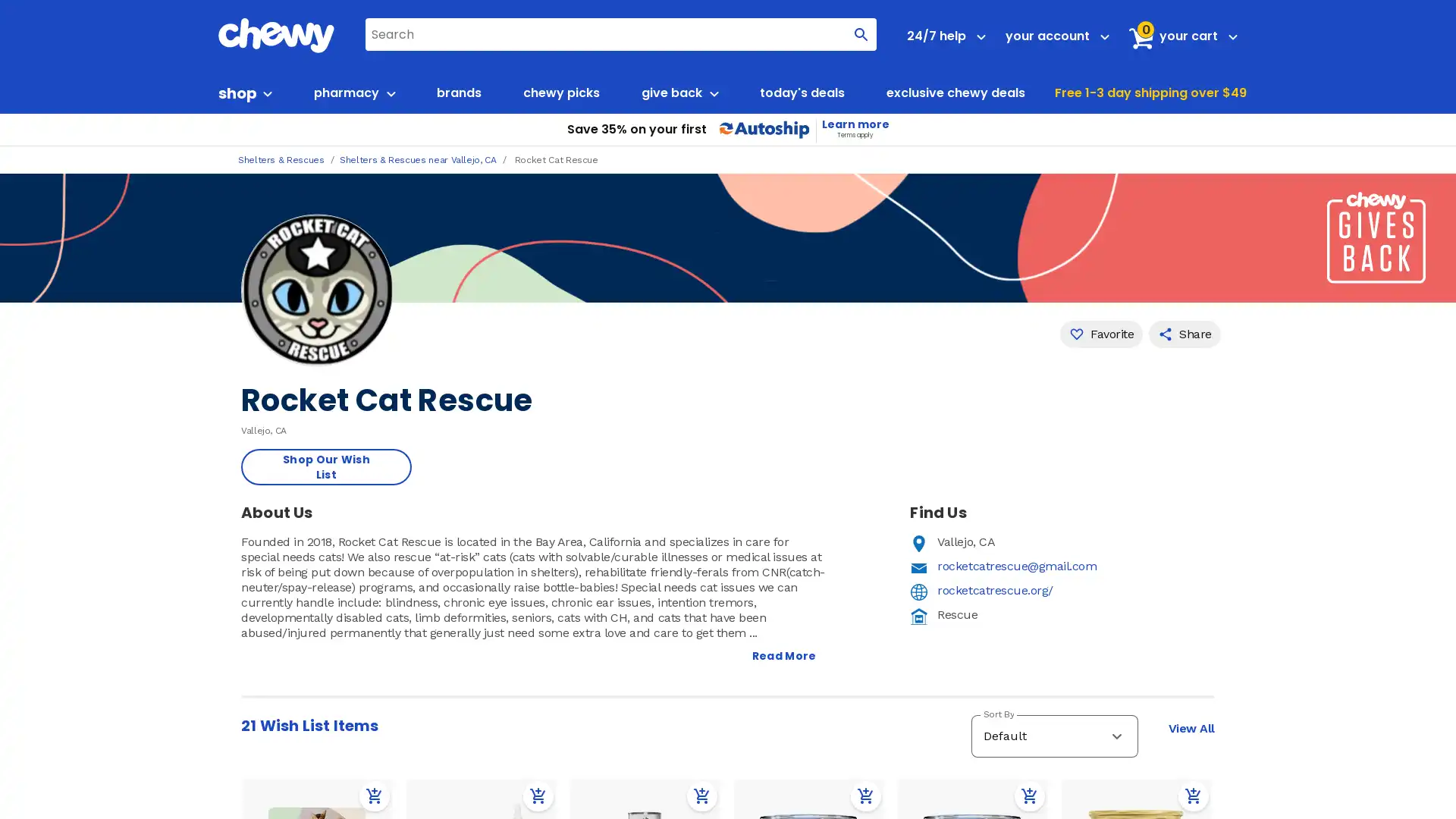 The height and width of the screenshot is (819, 1456). What do you see at coordinates (783, 654) in the screenshot?
I see `Read More` at bounding box center [783, 654].